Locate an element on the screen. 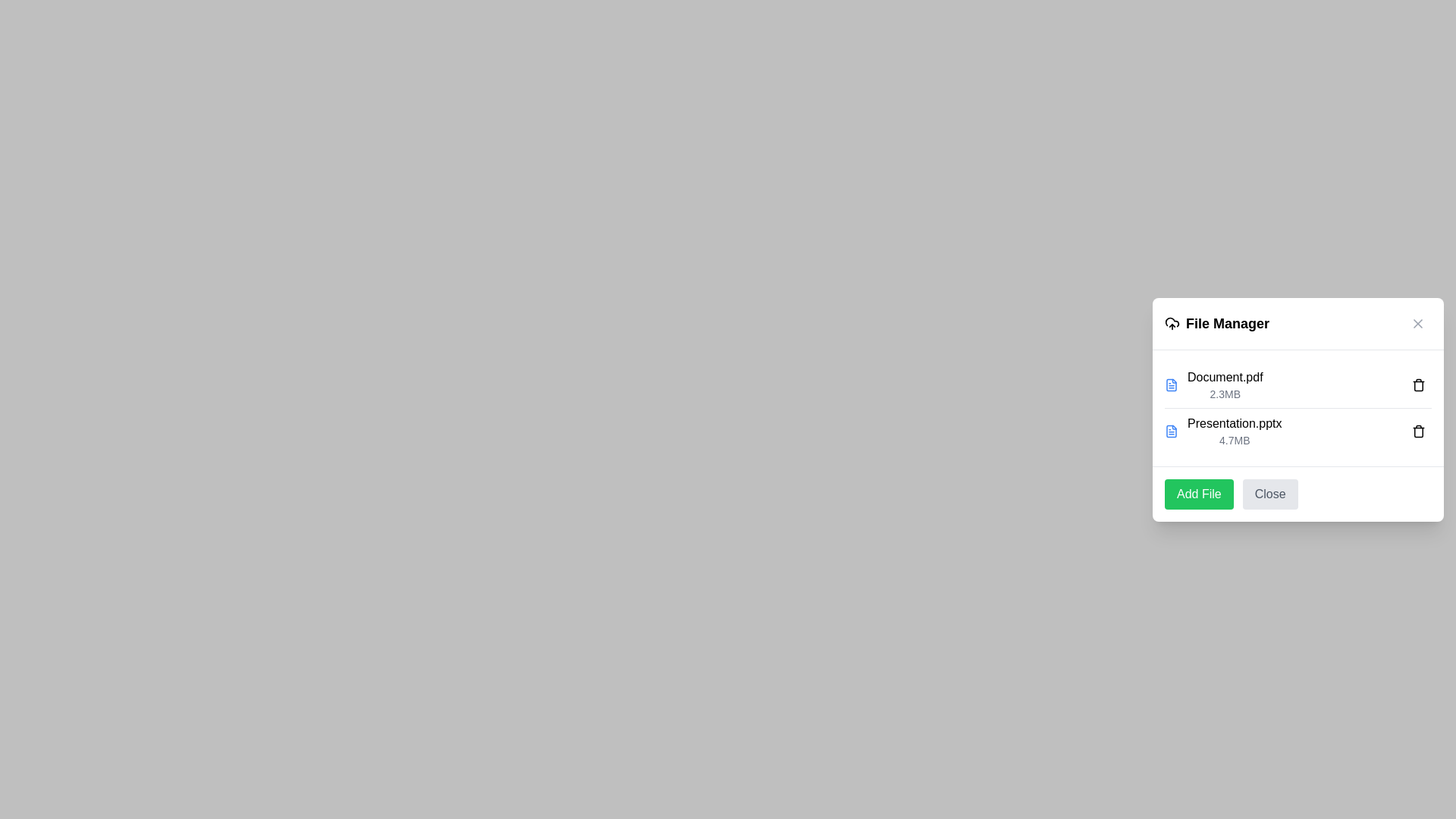  to select the file 'Presentation.pptx' in the File Manager dialog box is located at coordinates (1235, 431).